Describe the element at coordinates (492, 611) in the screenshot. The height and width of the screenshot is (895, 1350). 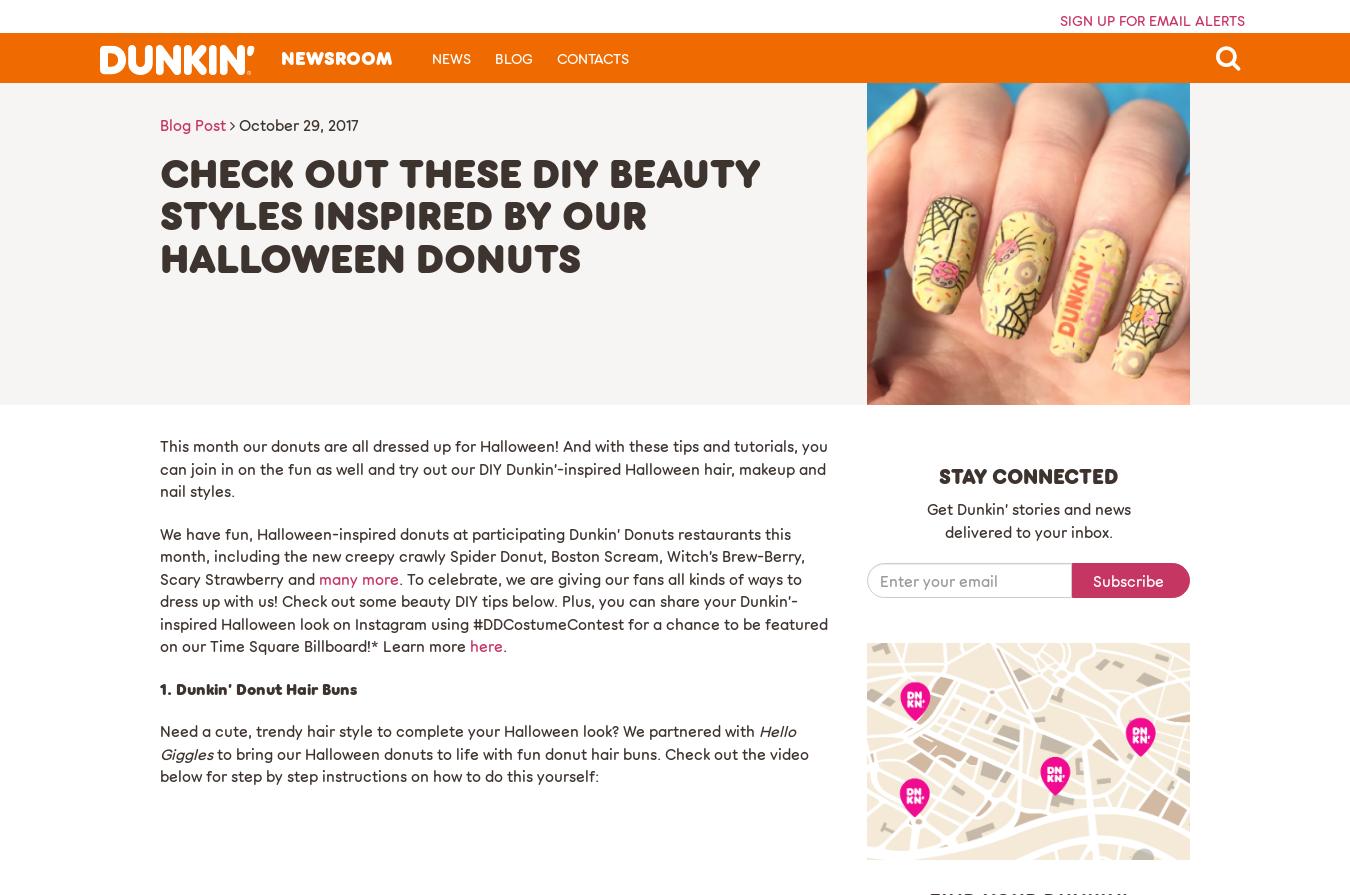
I see `'. To celebrate, we are giving our fans all kinds of ways to dress up with us! Check out some beauty DIY tips below. Plus, you can share your Dunkin’-inspired Halloween look on Instagram using #DDCostumeContest for a chance to be featured on our Time Square Billboard!* Learn more'` at that location.